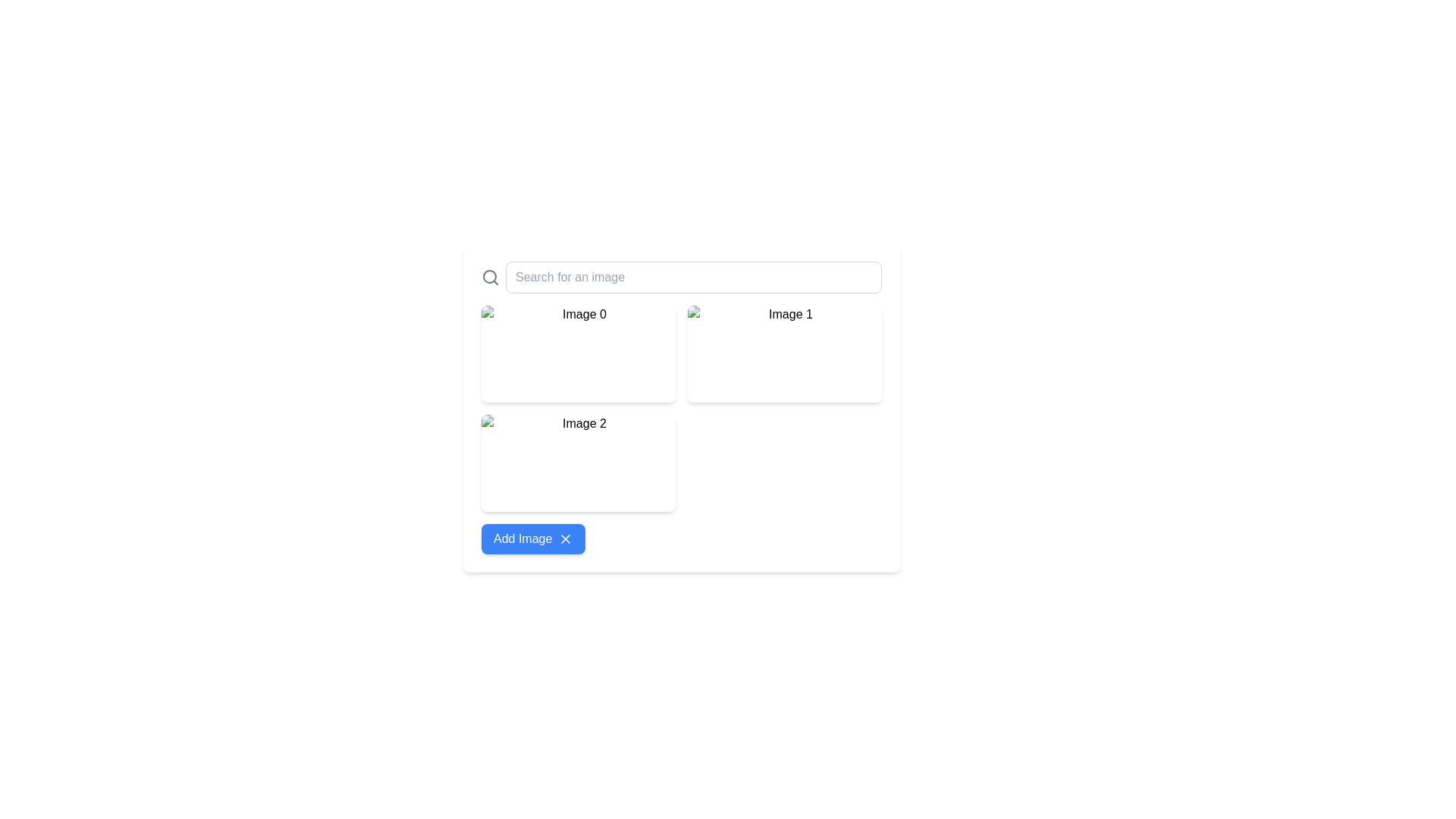 Image resolution: width=1456 pixels, height=819 pixels. What do you see at coordinates (565, 538) in the screenshot?
I see `the 'x' icon, which signifies a close or cancel action, located adjacent to the 'Add Image' button at the bottom of the interface` at bounding box center [565, 538].